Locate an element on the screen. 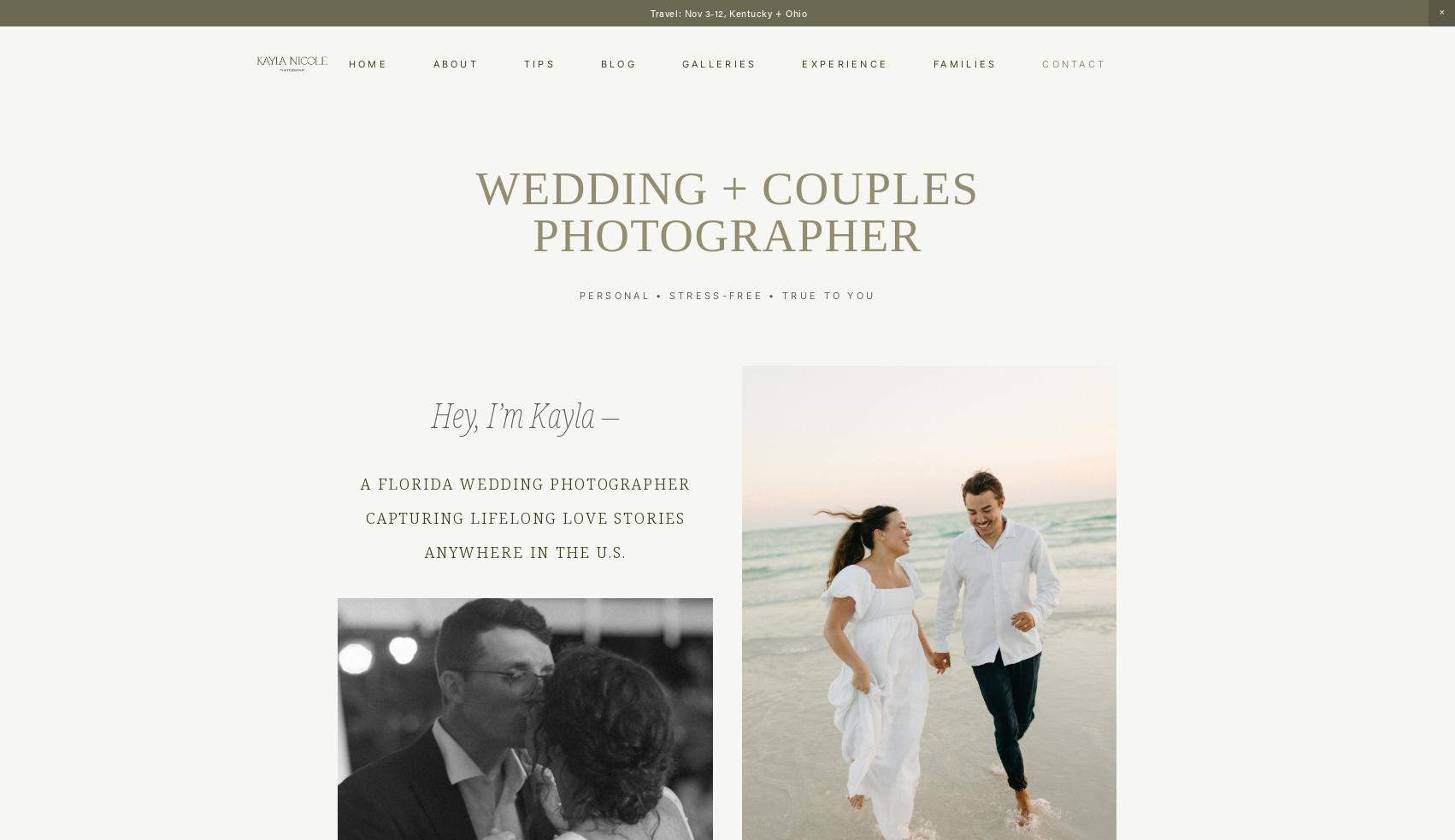  'PERSONAL • STRESS-FREE • TRUE TO YOU' is located at coordinates (726, 294).